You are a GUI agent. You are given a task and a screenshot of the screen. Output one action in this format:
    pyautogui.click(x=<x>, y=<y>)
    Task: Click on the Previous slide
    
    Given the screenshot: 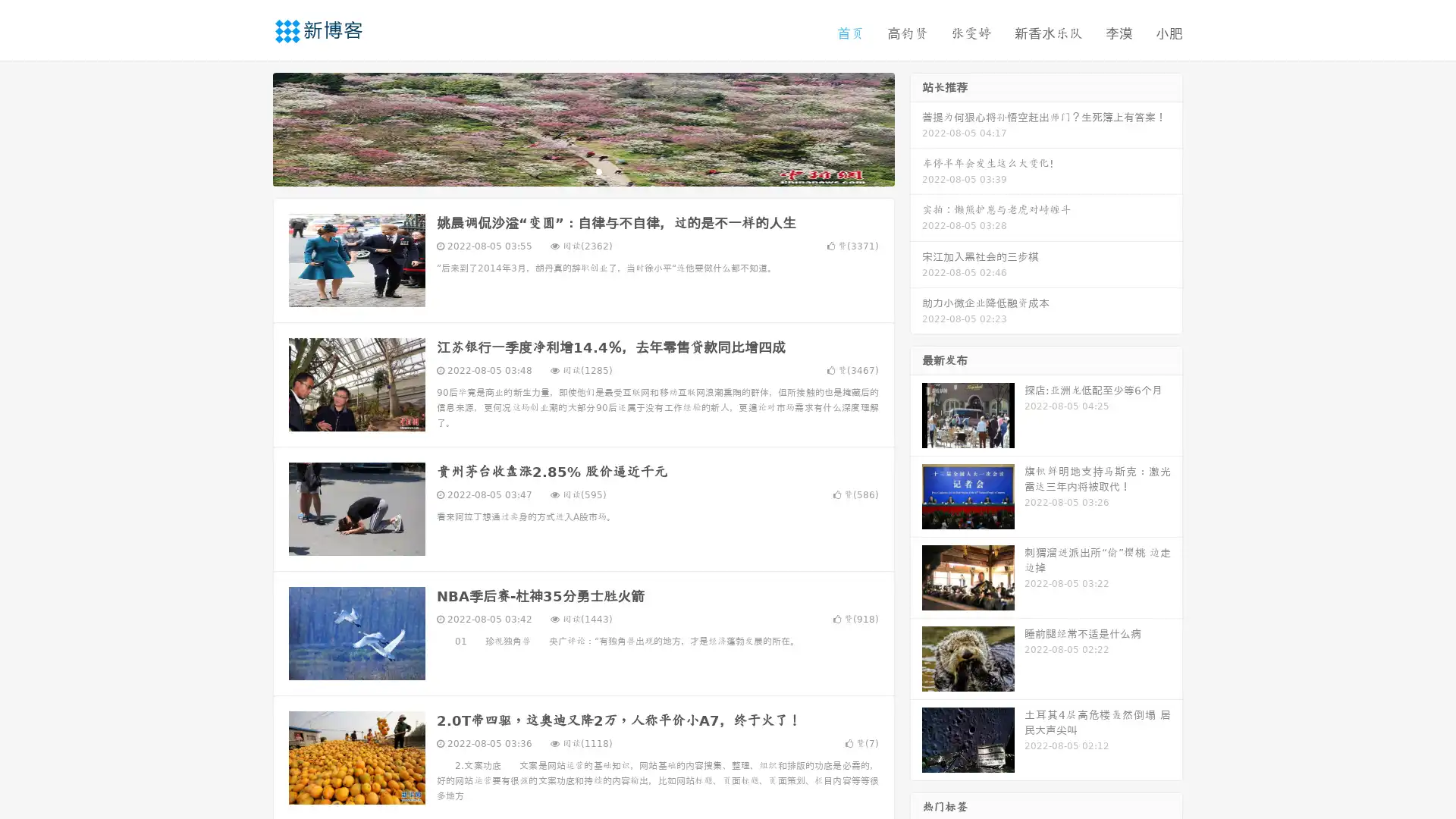 What is the action you would take?
    pyautogui.click(x=250, y=127)
    